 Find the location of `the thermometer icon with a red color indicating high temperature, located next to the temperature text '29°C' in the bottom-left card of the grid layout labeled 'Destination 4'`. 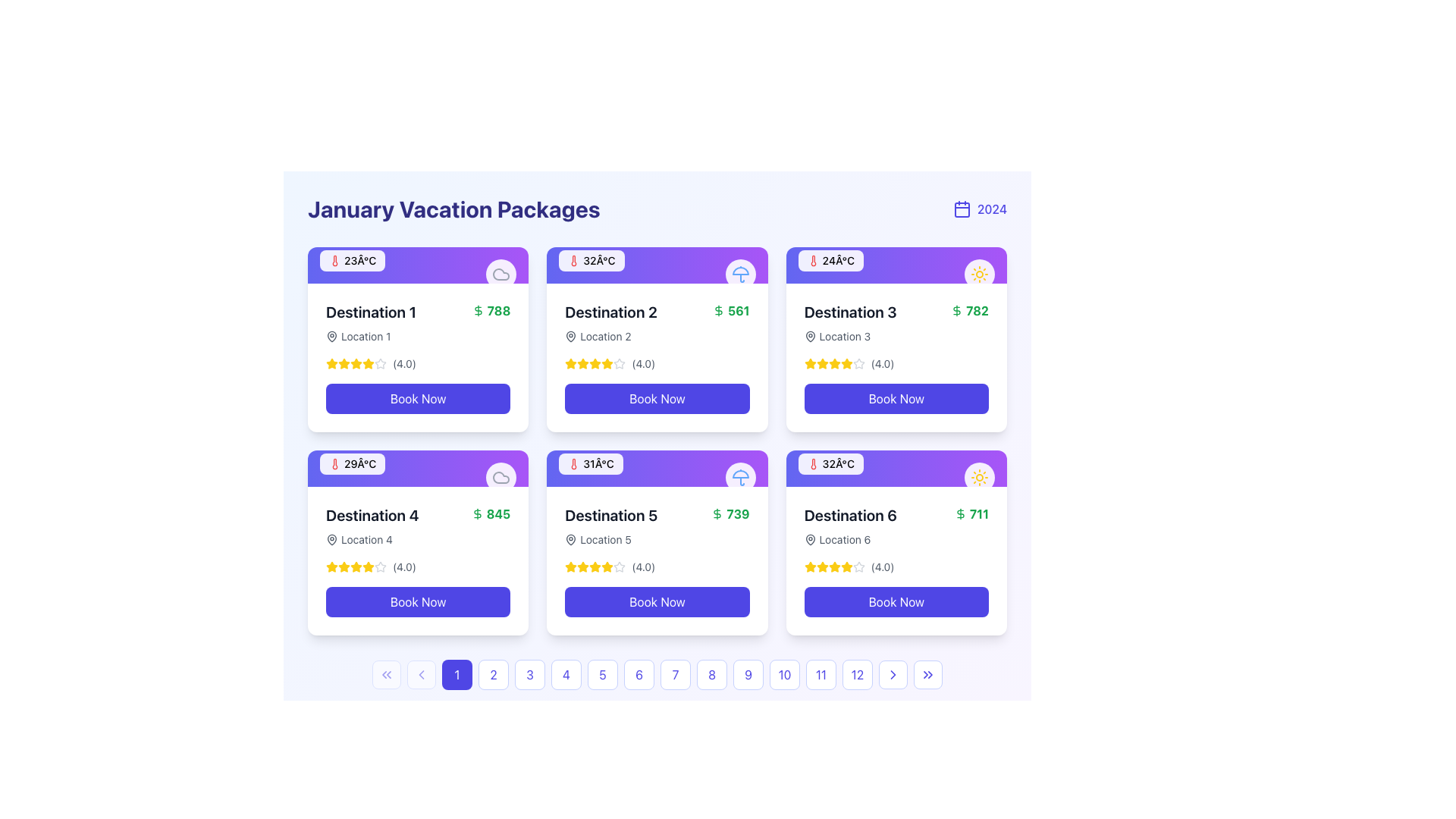

the thermometer icon with a red color indicating high temperature, located next to the temperature text '29°C' in the bottom-left card of the grid layout labeled 'Destination 4' is located at coordinates (334, 463).